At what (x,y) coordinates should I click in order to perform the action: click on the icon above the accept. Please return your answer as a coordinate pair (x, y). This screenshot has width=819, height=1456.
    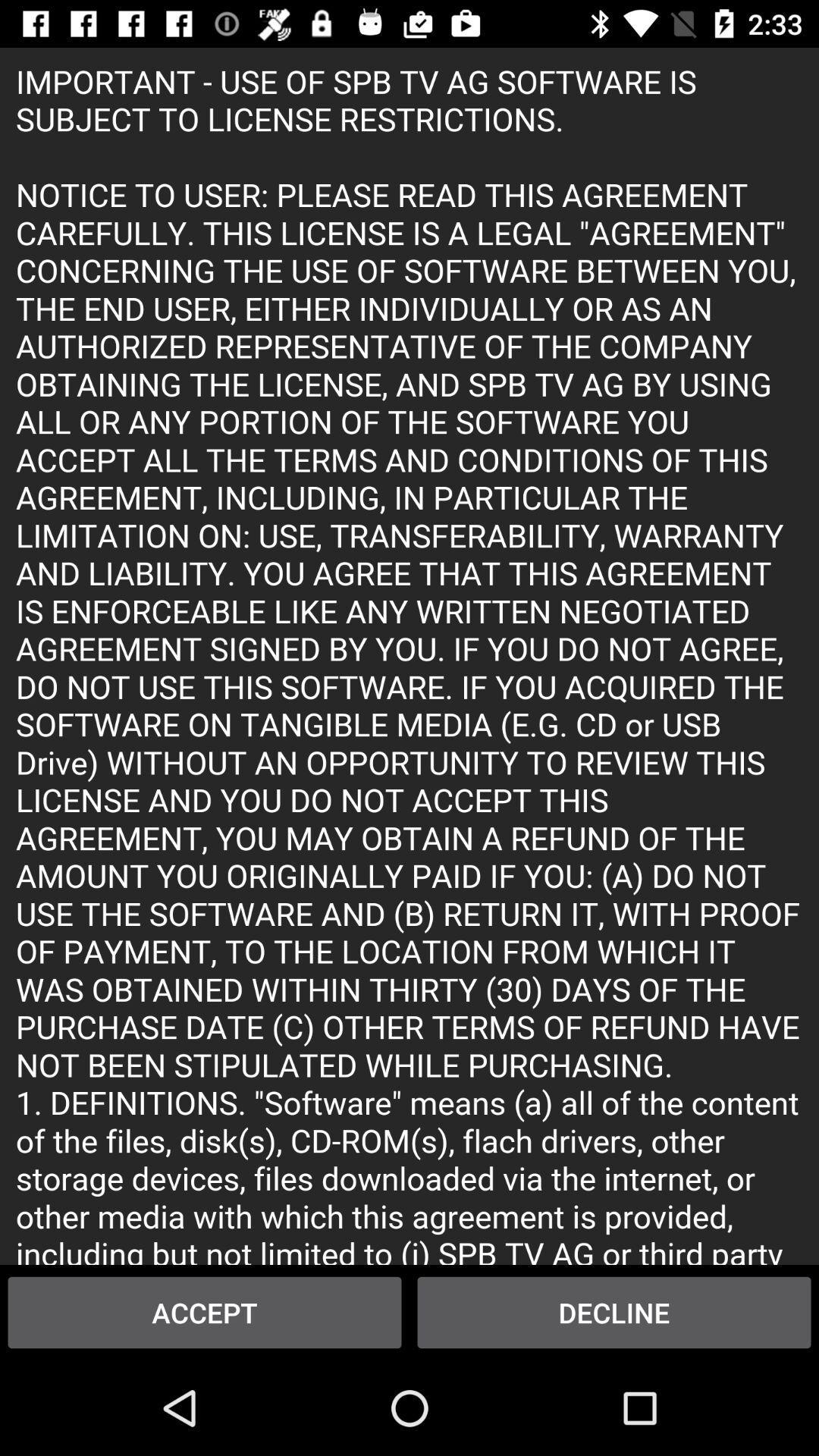
    Looking at the image, I should click on (409, 656).